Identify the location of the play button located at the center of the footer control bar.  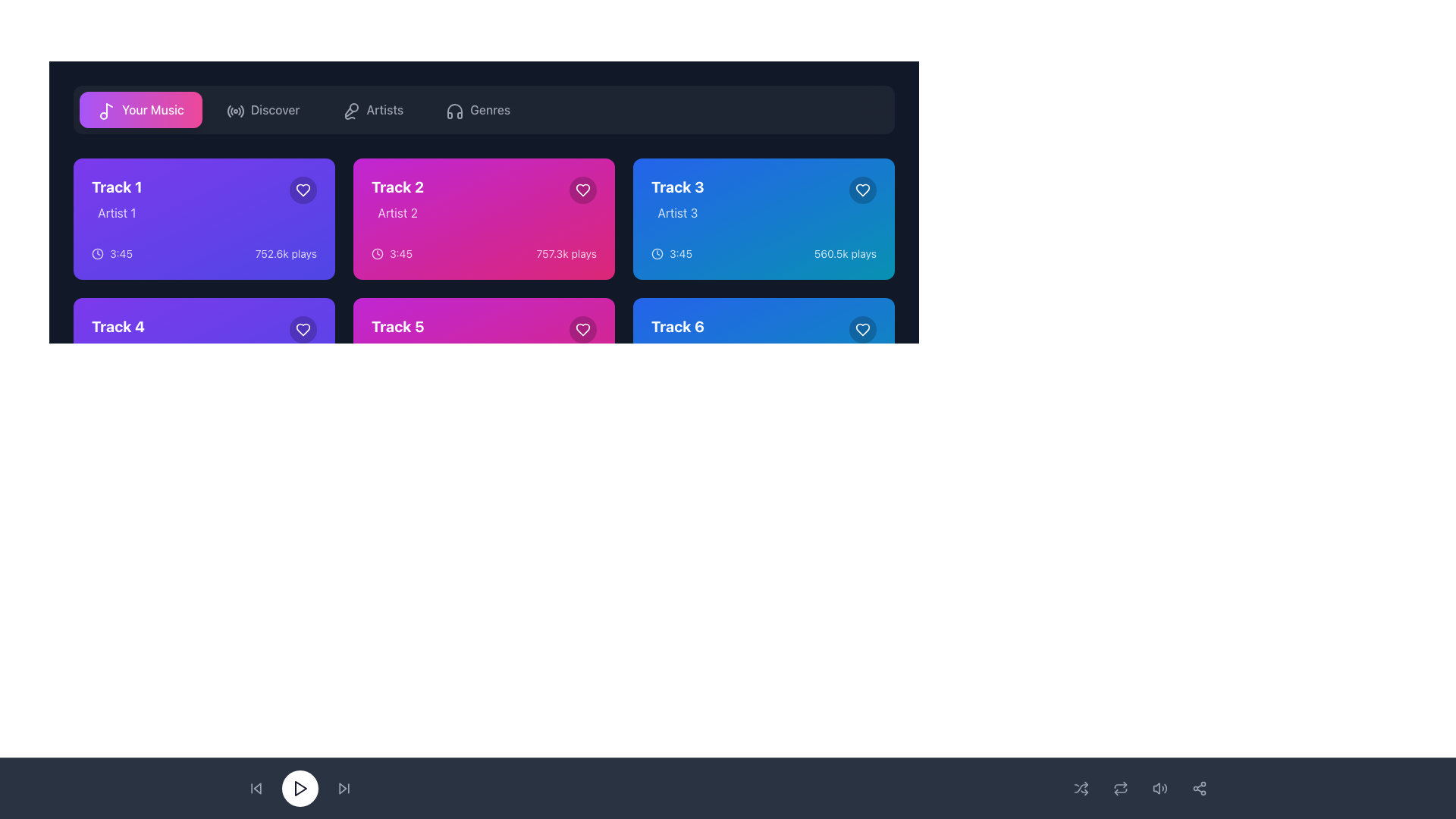
(300, 788).